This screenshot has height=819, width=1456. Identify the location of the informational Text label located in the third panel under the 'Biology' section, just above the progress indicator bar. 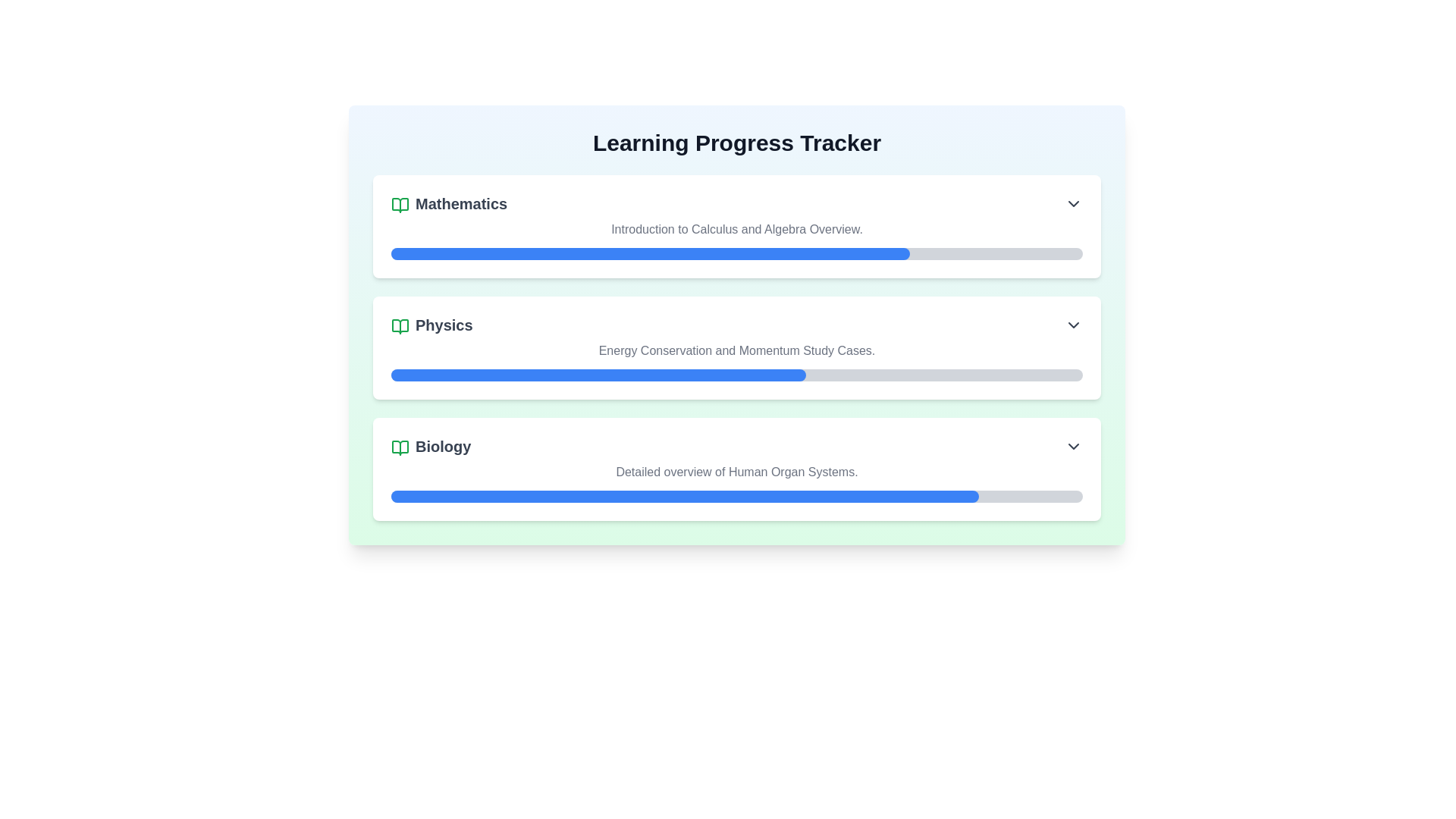
(736, 472).